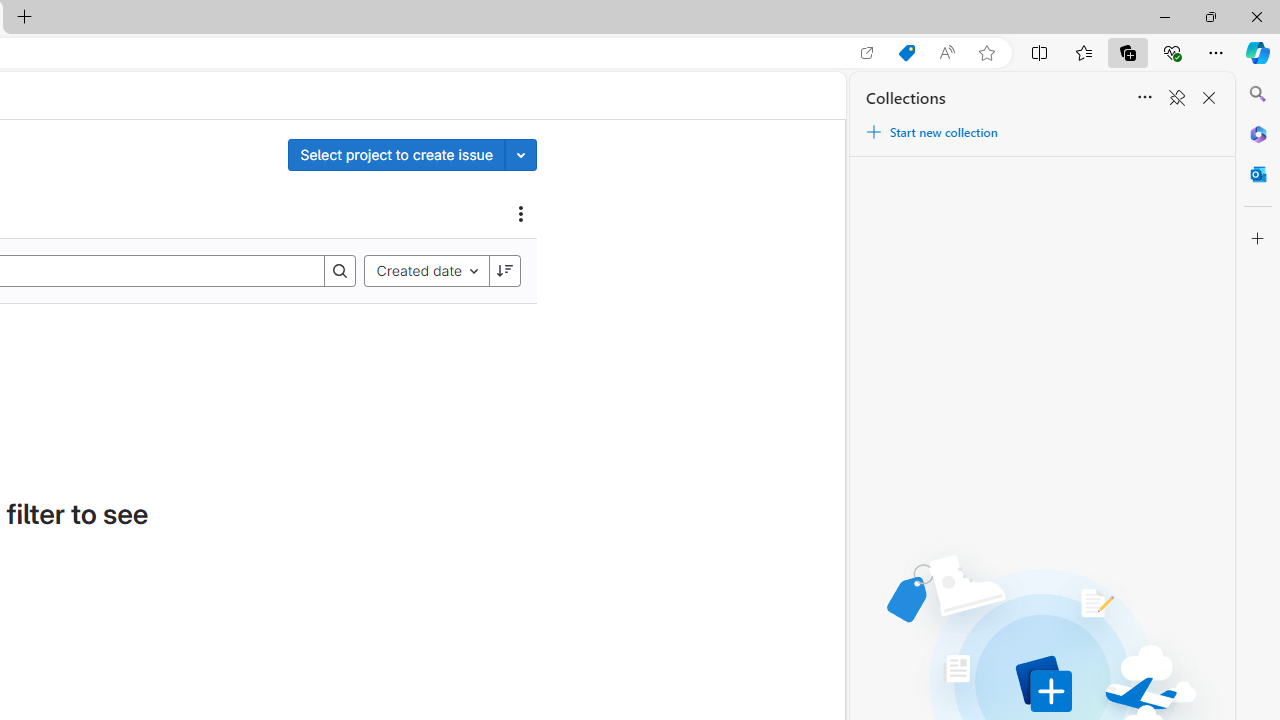 The width and height of the screenshot is (1280, 720). What do you see at coordinates (905, 52) in the screenshot?
I see `'Shopping in Microsoft Edge'` at bounding box center [905, 52].